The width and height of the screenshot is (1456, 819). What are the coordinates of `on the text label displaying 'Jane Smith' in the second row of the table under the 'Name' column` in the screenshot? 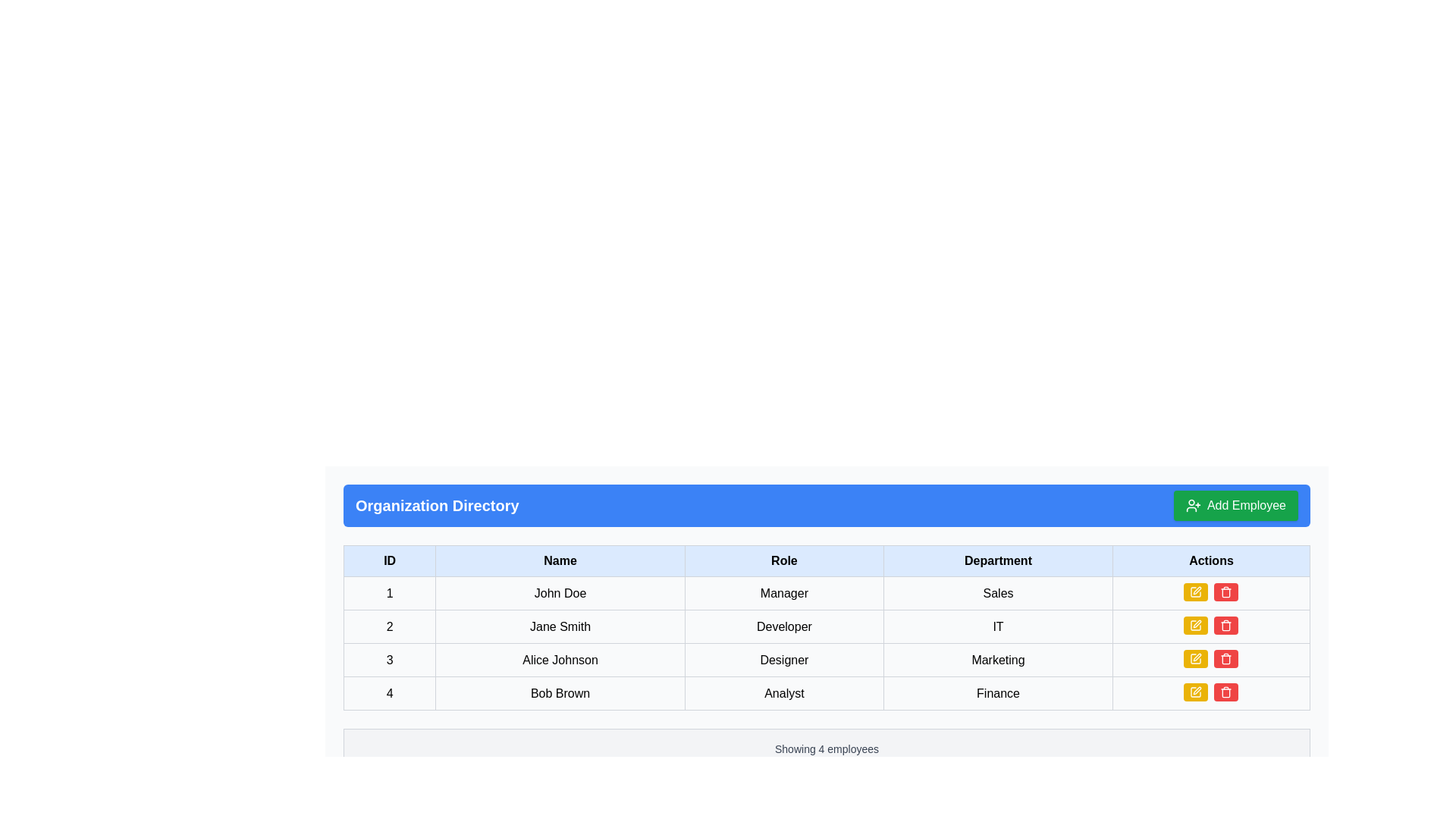 It's located at (560, 626).